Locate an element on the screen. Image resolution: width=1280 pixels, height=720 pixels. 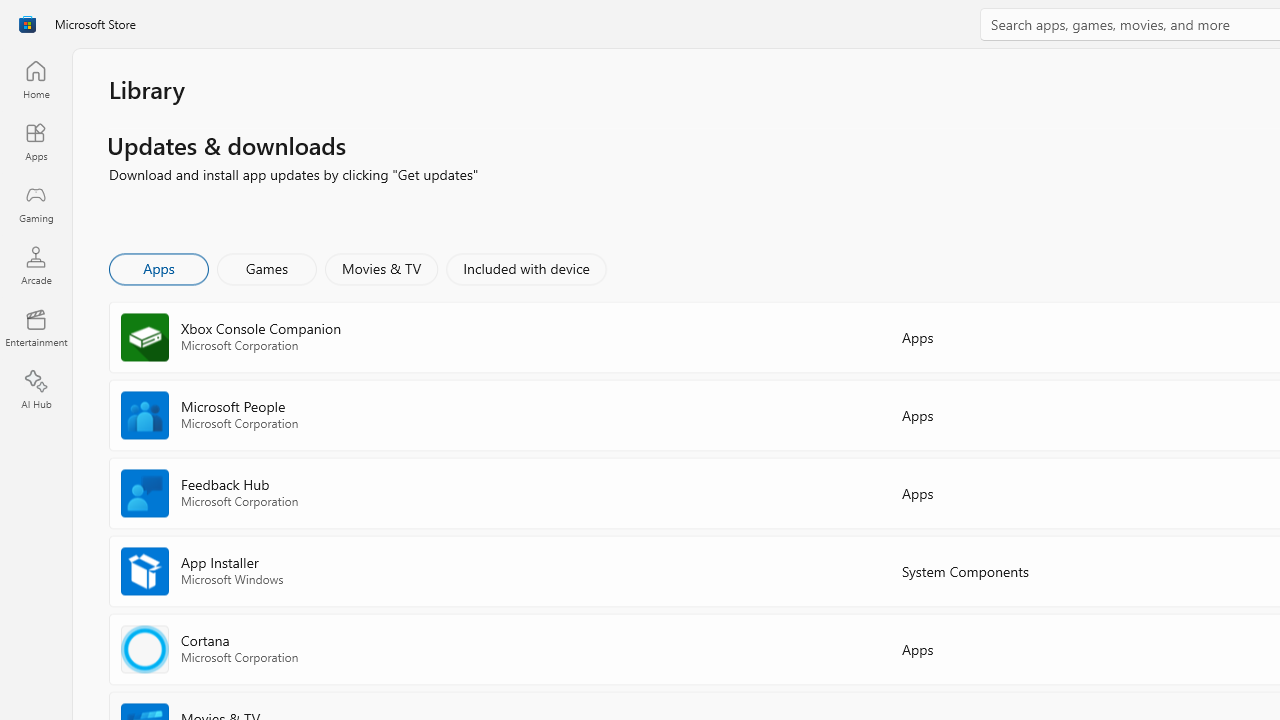
'Home' is located at coordinates (35, 78).